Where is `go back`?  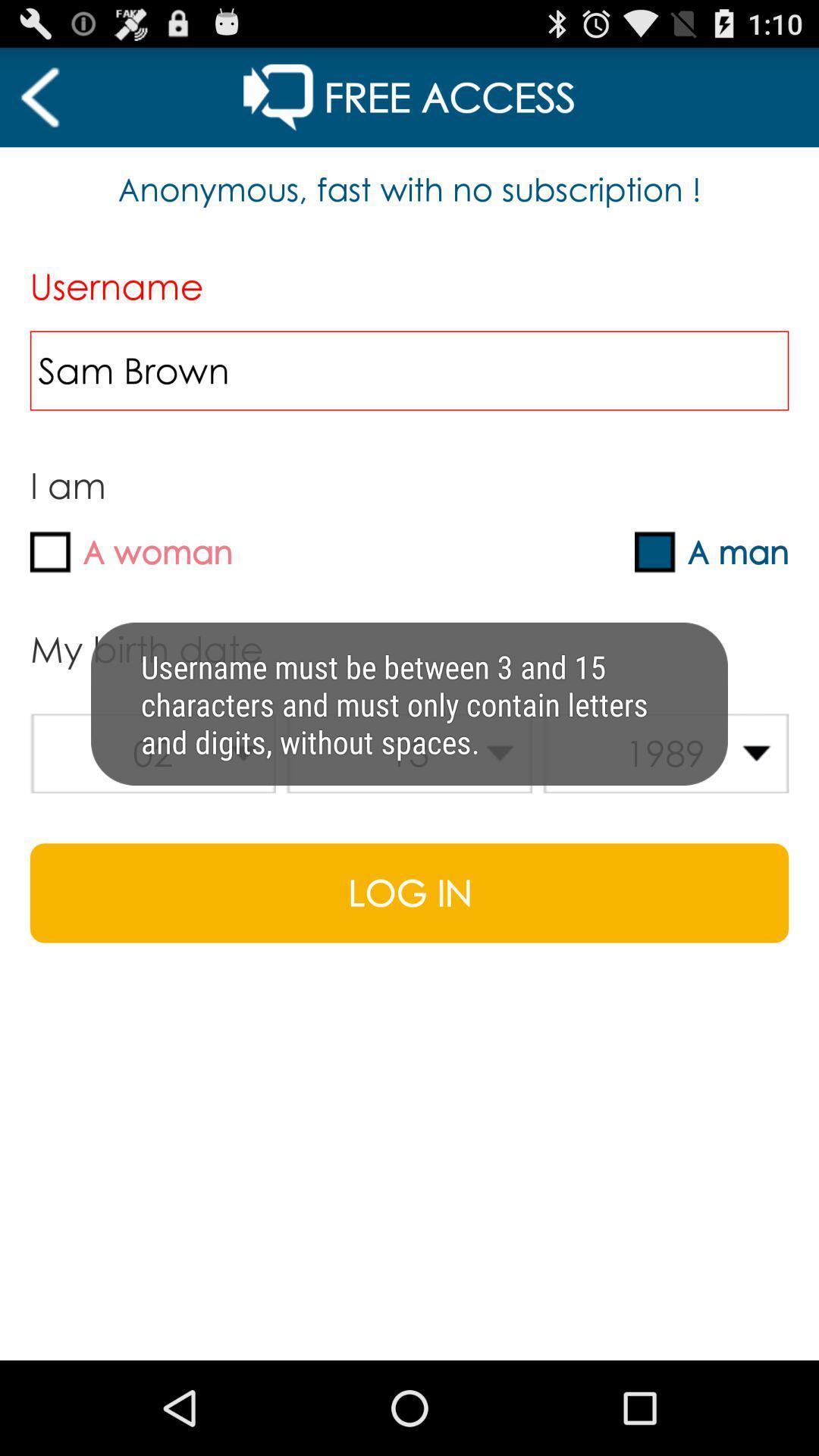 go back is located at coordinates (39, 96).